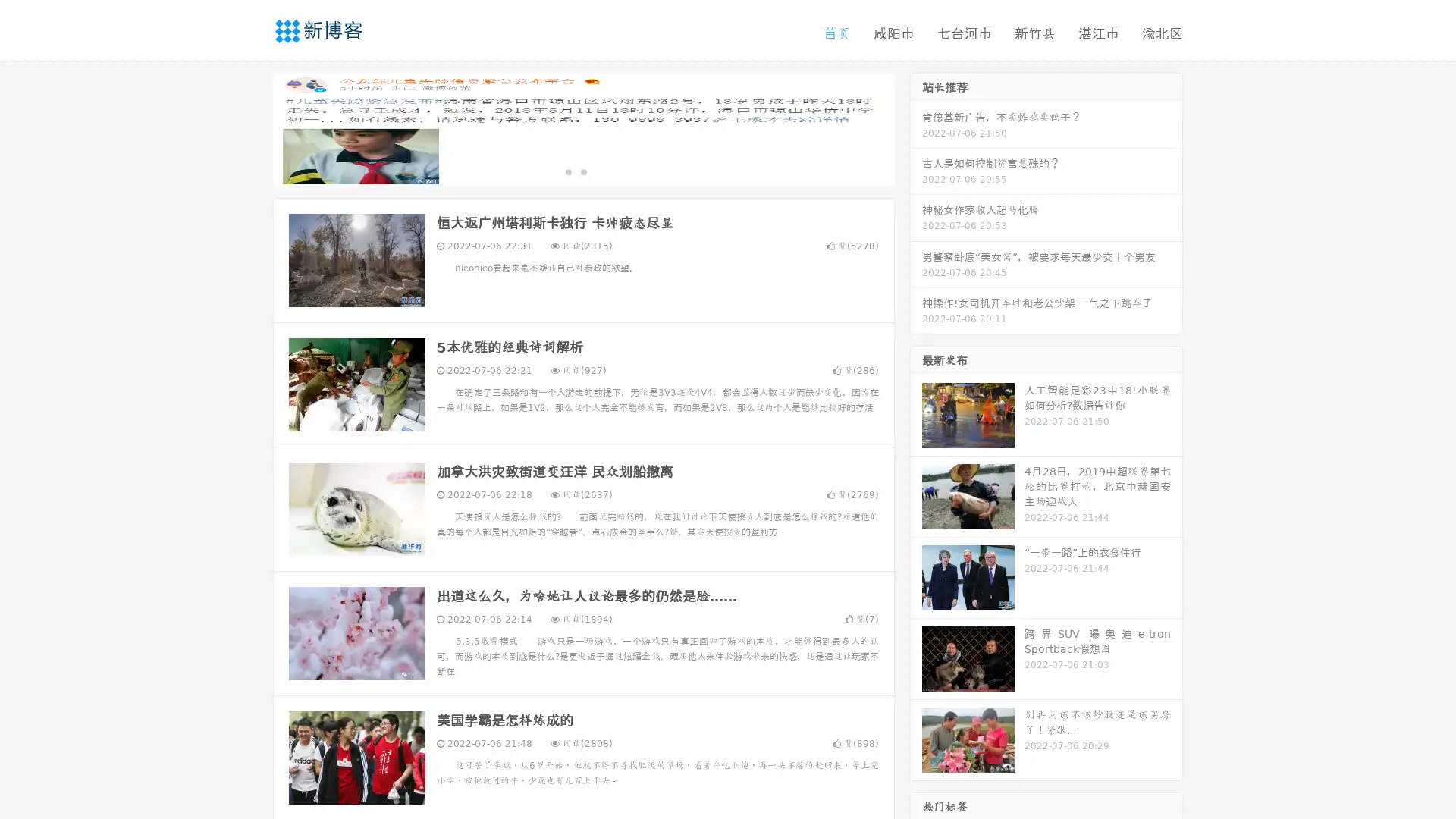 Image resolution: width=1456 pixels, height=819 pixels. What do you see at coordinates (598, 171) in the screenshot?
I see `Go to slide 3` at bounding box center [598, 171].